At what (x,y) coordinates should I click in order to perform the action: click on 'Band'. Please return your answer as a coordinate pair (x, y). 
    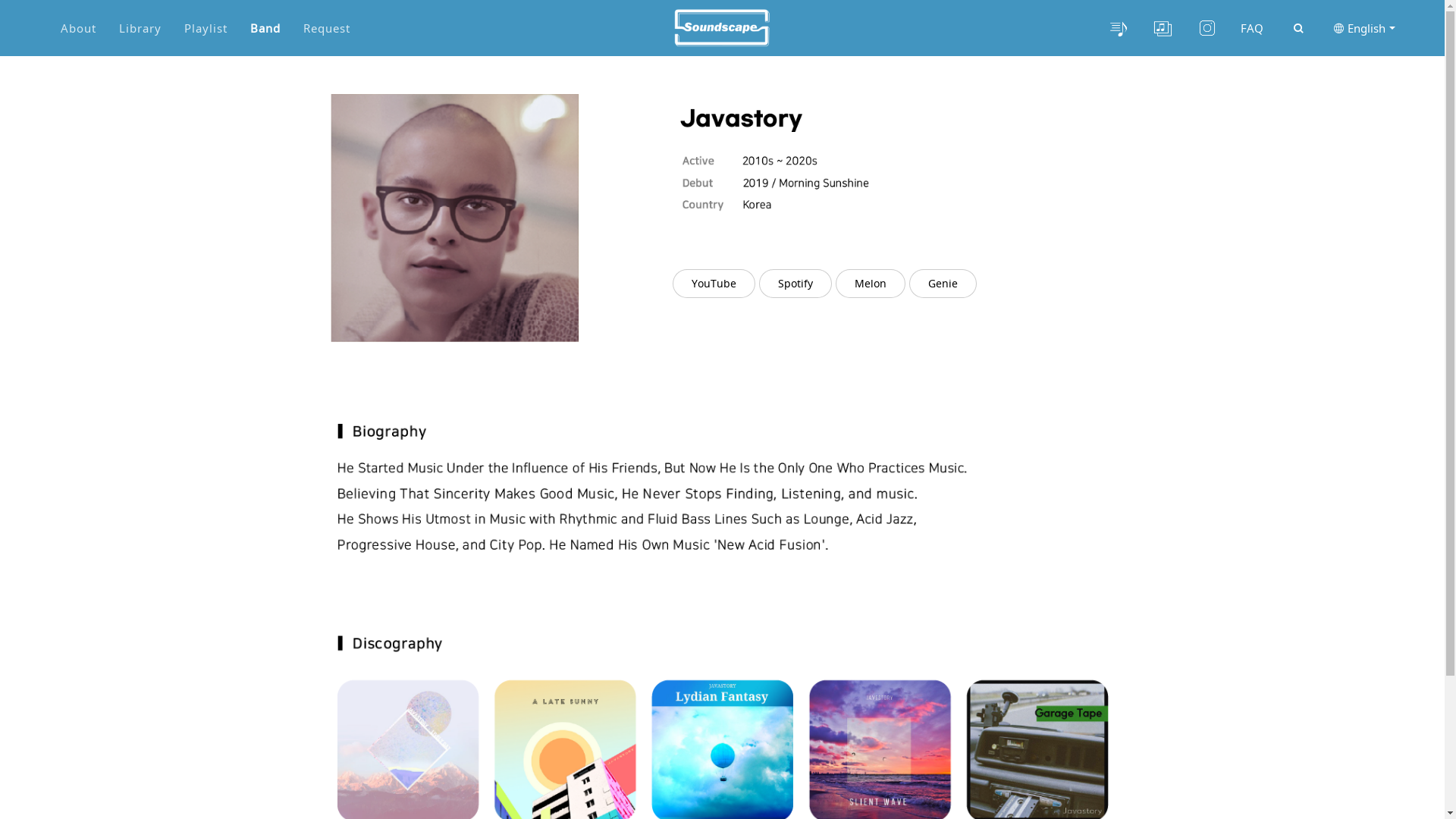
    Looking at the image, I should click on (265, 28).